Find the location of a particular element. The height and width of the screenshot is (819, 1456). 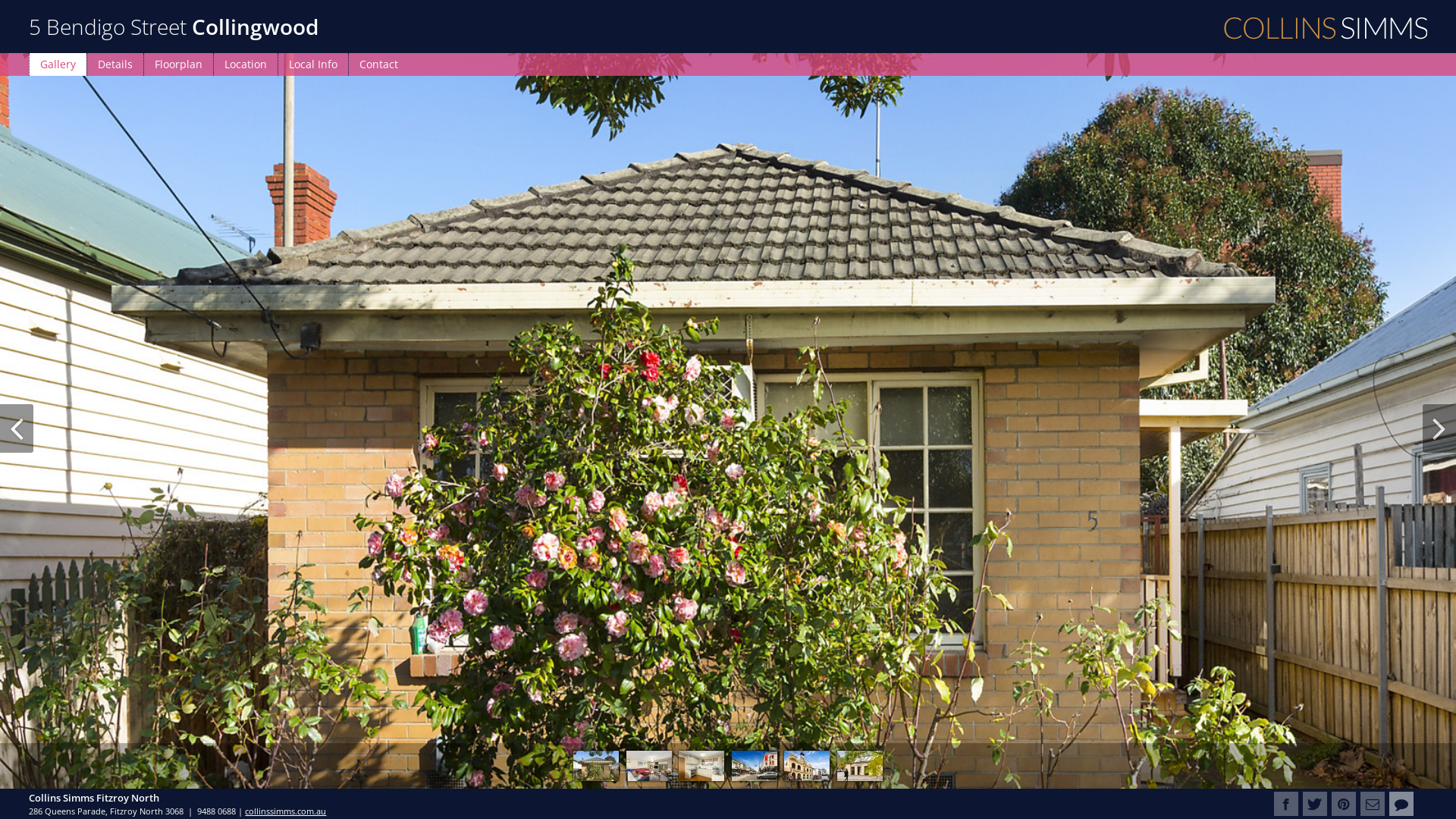

'Contact' is located at coordinates (347, 63).